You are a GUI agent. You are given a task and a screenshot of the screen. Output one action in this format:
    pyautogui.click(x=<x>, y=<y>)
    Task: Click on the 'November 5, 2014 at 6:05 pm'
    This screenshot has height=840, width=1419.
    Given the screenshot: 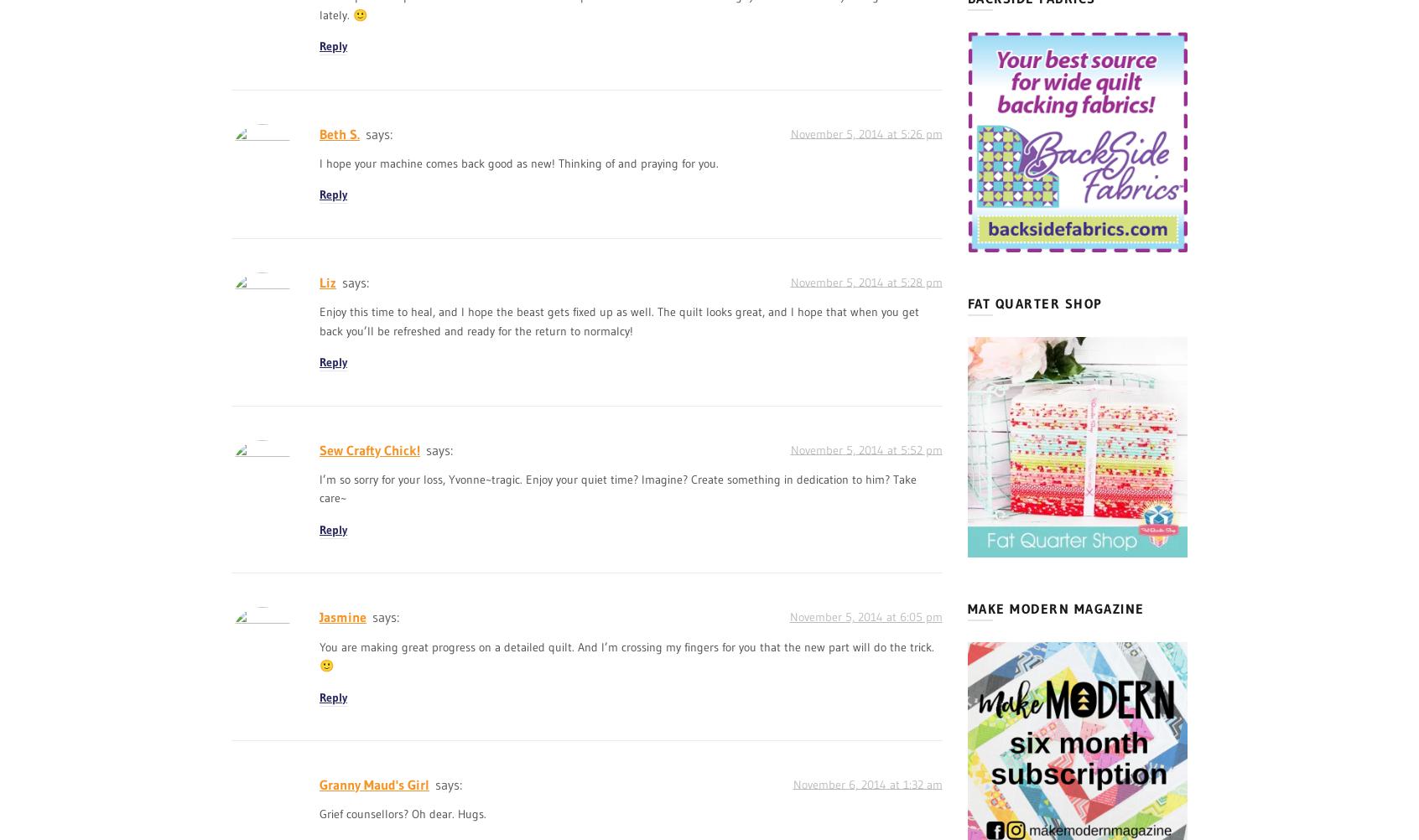 What is the action you would take?
    pyautogui.click(x=864, y=615)
    